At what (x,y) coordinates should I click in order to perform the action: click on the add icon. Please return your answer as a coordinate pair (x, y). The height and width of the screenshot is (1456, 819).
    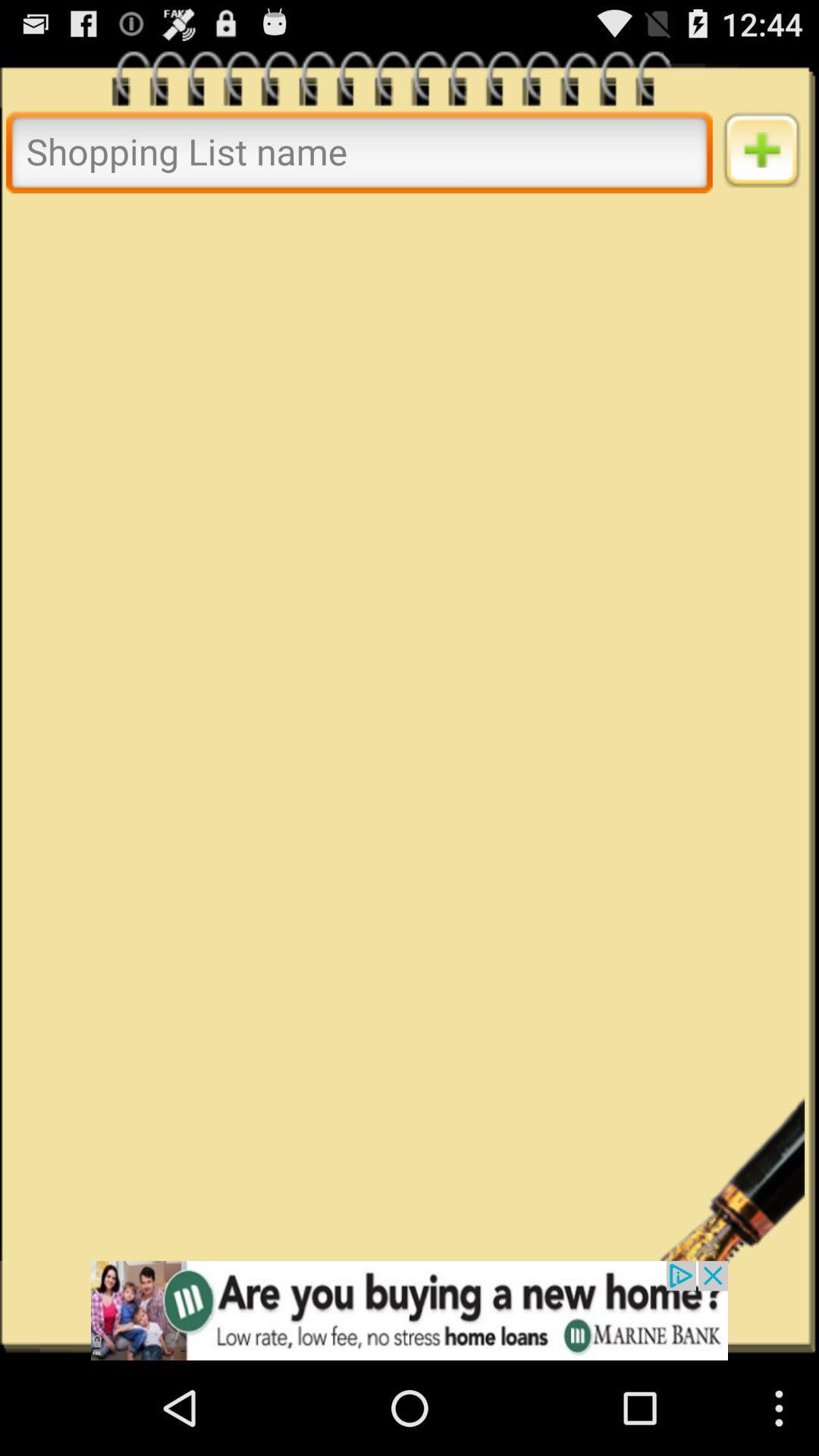
    Looking at the image, I should click on (761, 160).